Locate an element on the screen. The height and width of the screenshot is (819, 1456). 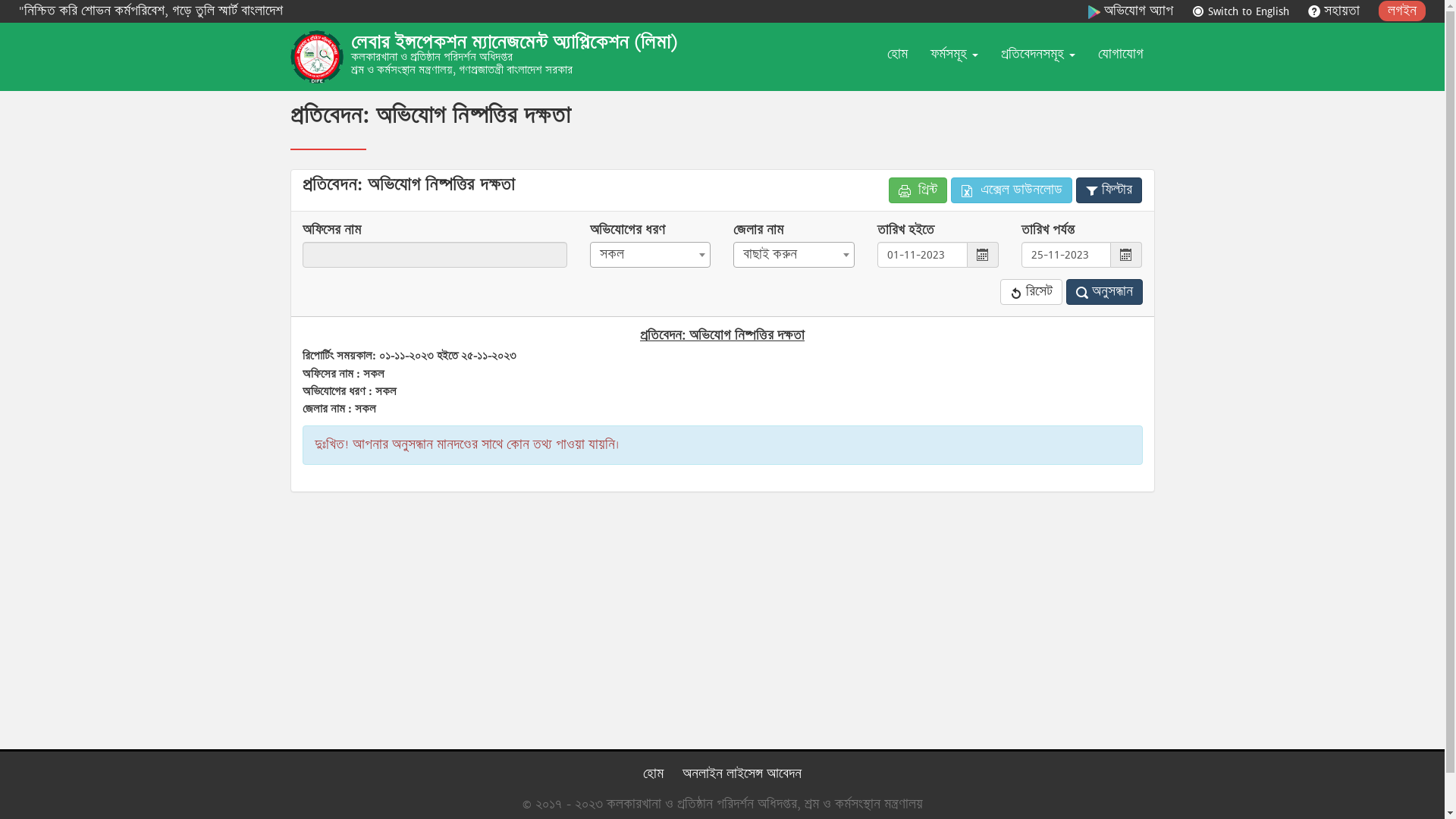
'Switch to English' is located at coordinates (1241, 11).